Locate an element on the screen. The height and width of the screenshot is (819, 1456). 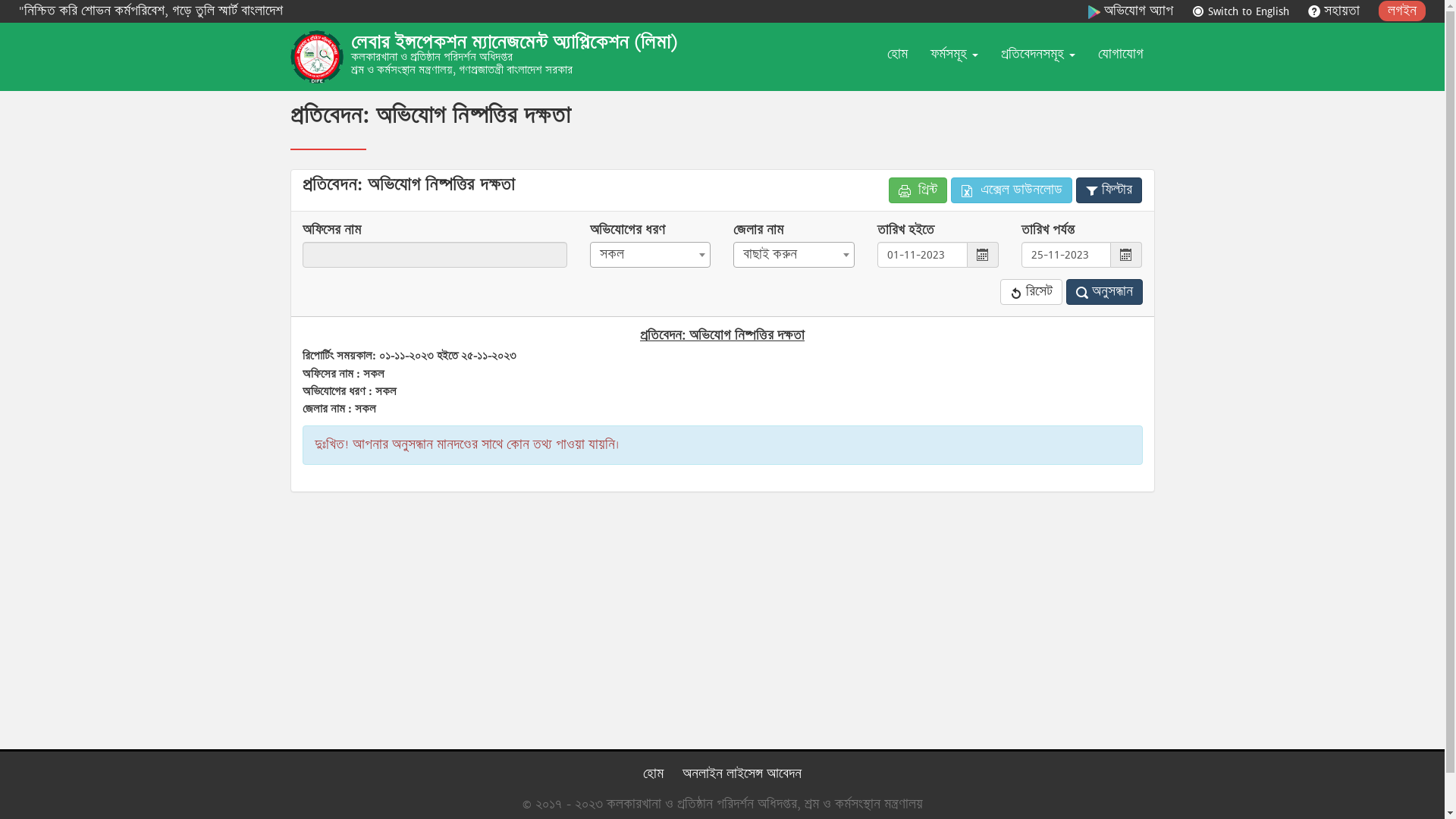
'Switch to English' is located at coordinates (1241, 11).